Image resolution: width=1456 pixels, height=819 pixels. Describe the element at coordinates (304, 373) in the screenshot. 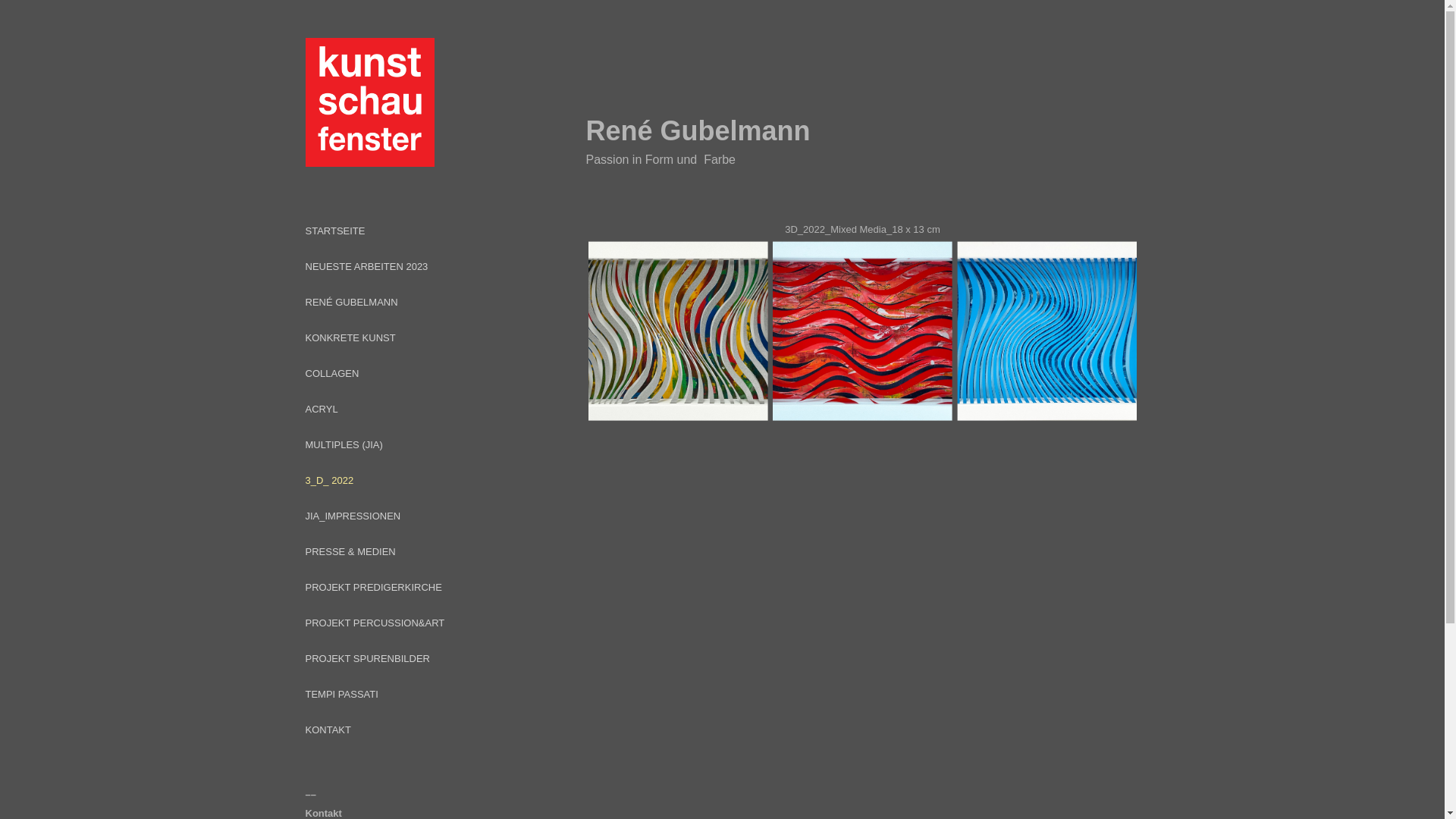

I see `'COLLAGEN'` at that location.